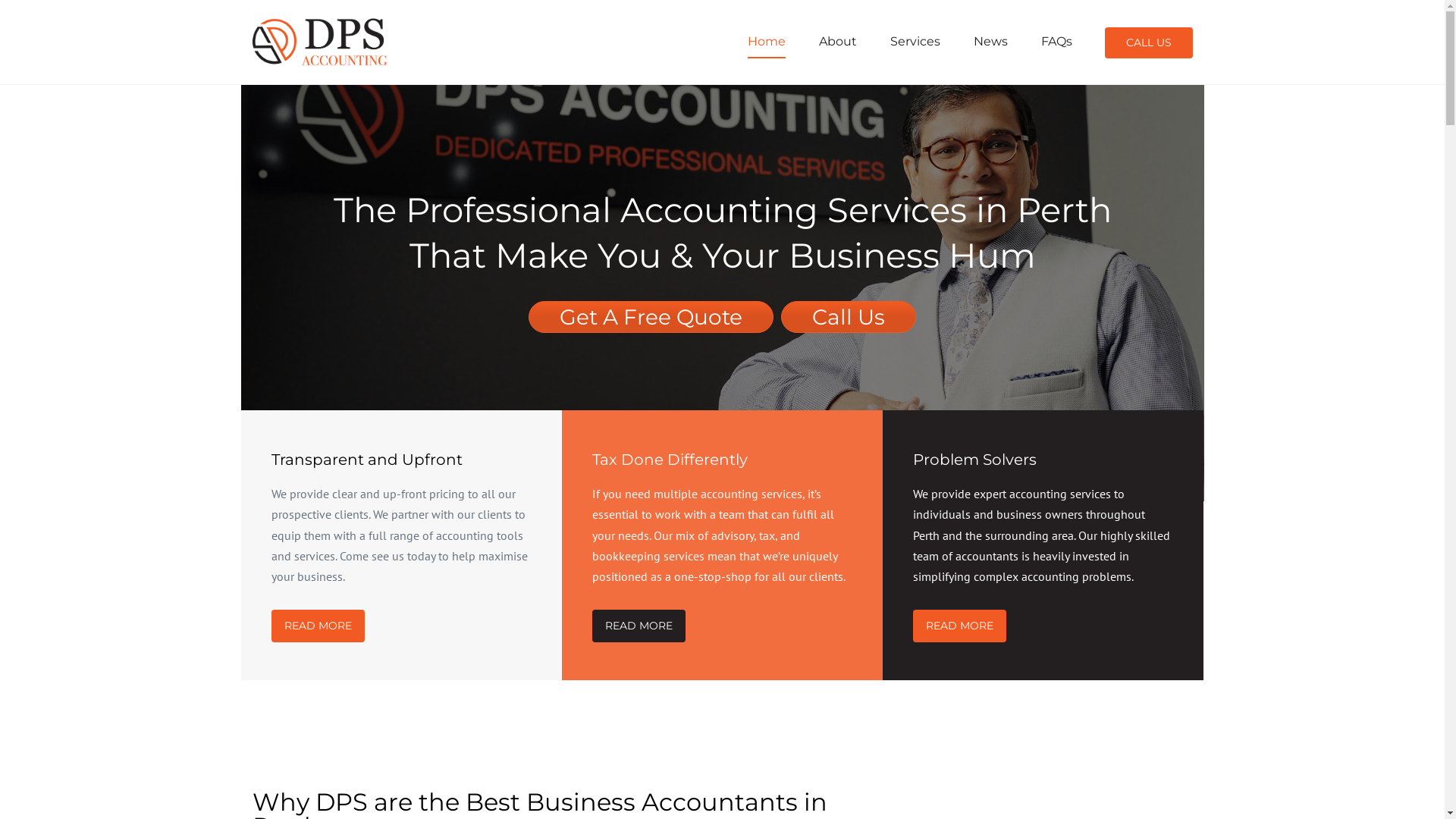 The width and height of the screenshot is (1456, 819). What do you see at coordinates (914, 40) in the screenshot?
I see `'Services'` at bounding box center [914, 40].